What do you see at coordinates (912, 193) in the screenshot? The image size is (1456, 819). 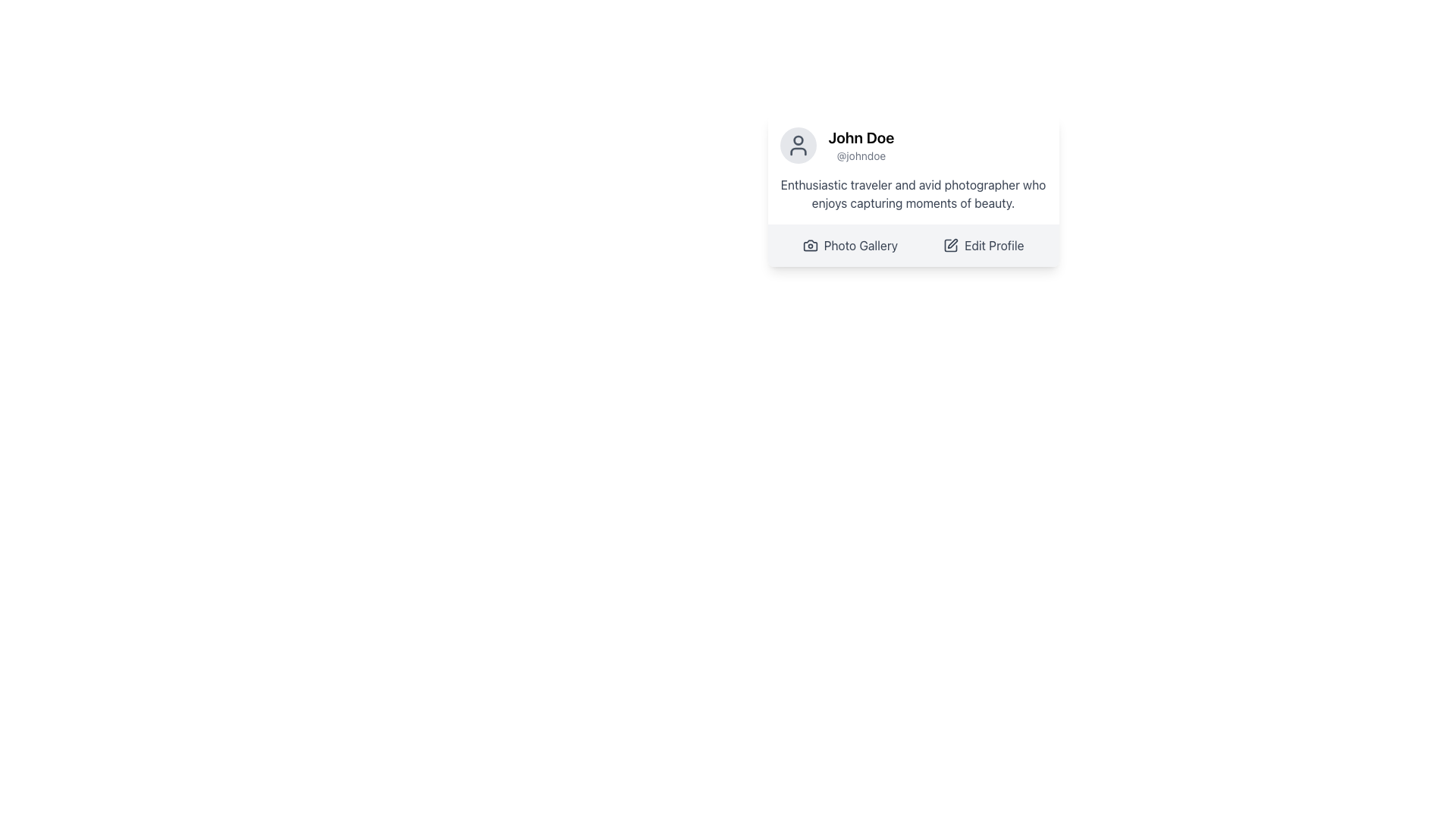 I see `text content displayed in the gray text block stating: 'Enthusiastic traveler and avid photographer who enjoys capturing moments of beauty.' This text is located below the profile name 'John Doe' and username '@johndoe' within the profile card layout` at bounding box center [912, 193].